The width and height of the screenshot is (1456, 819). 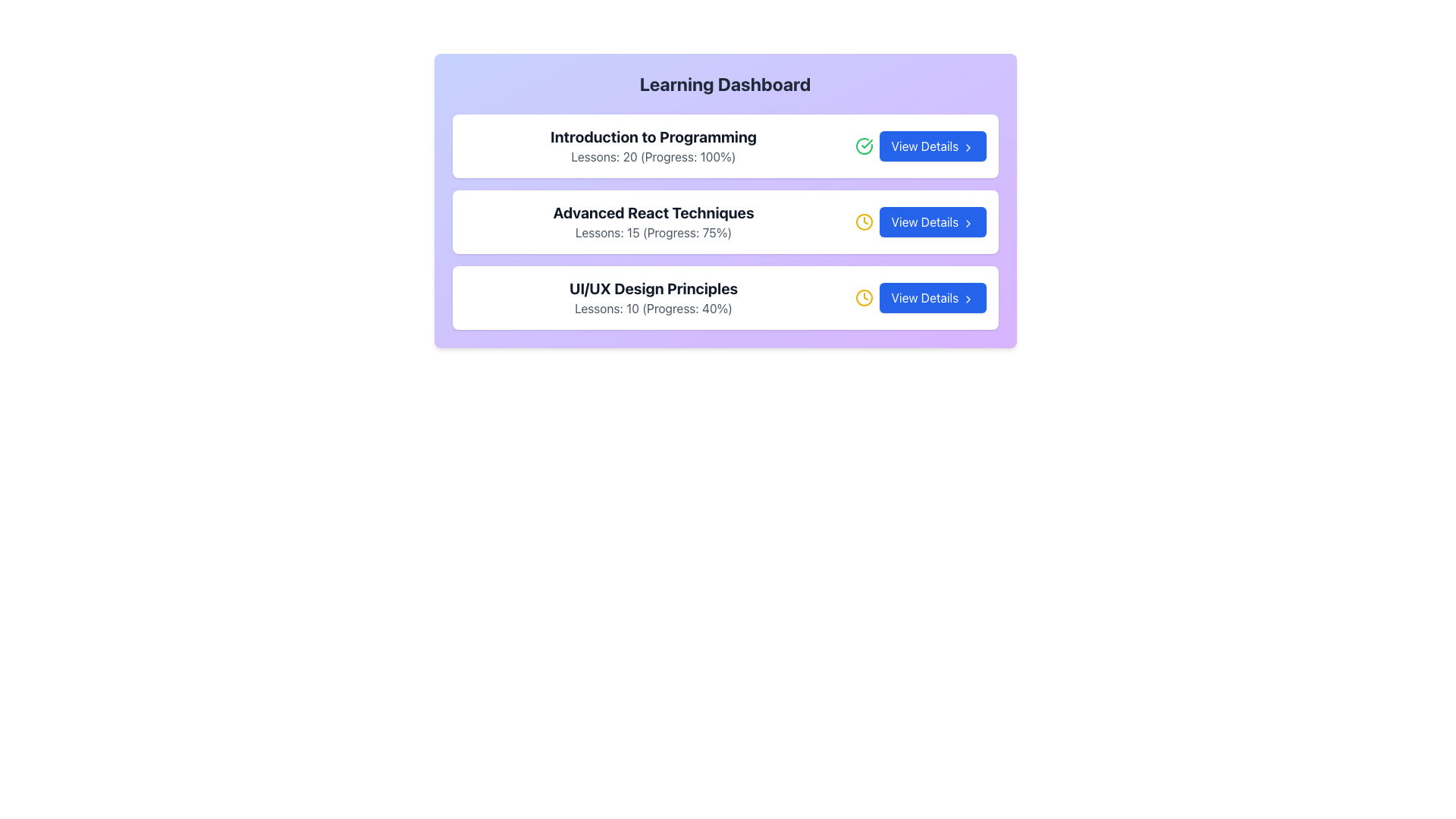 I want to click on the right-pointing chevron arrow icon located on the rightmost side of the 'View Details' button for the 'Introduction to Programming' entry on the dashboard interface, so click(x=967, y=147).